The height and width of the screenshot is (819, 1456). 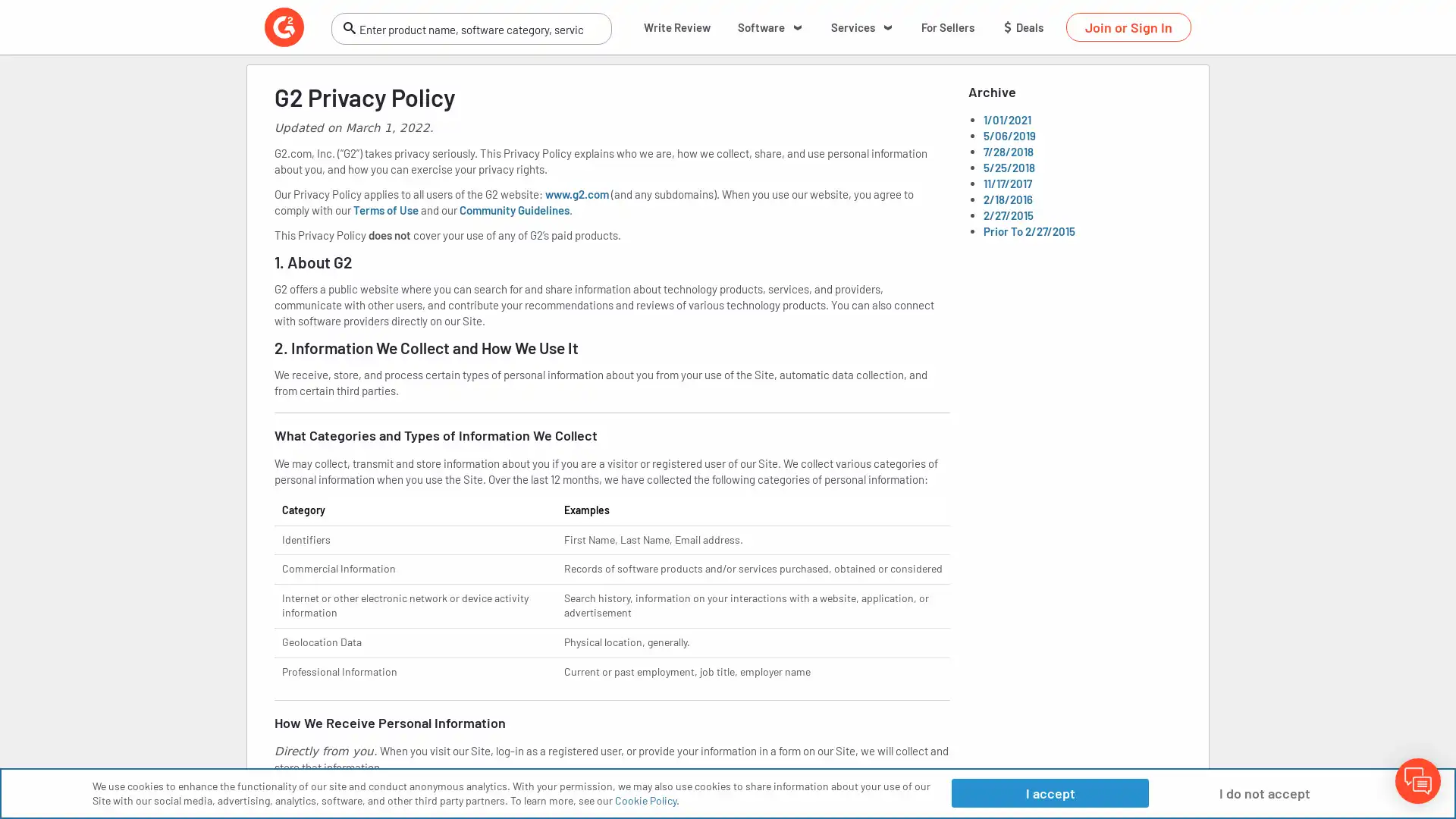 What do you see at coordinates (1264, 792) in the screenshot?
I see `I do not accept` at bounding box center [1264, 792].